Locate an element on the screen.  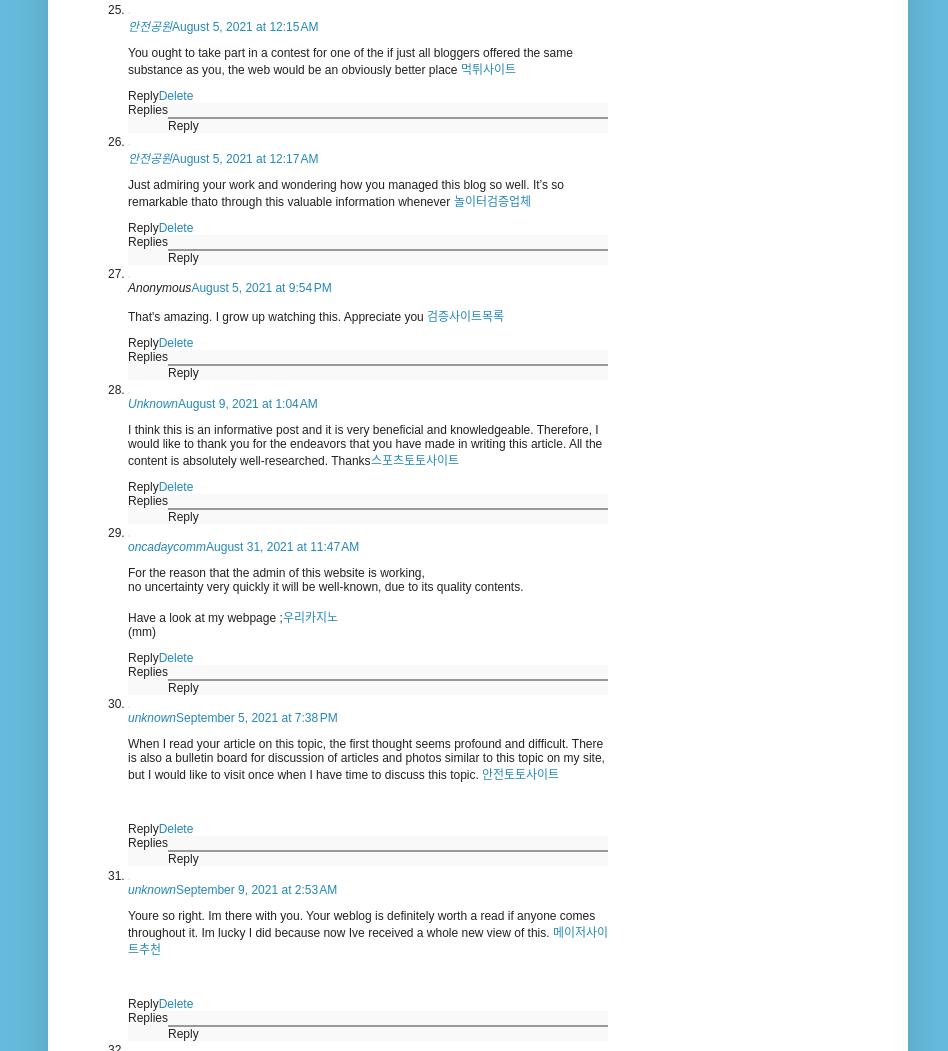
'Anonymous' is located at coordinates (158, 286).